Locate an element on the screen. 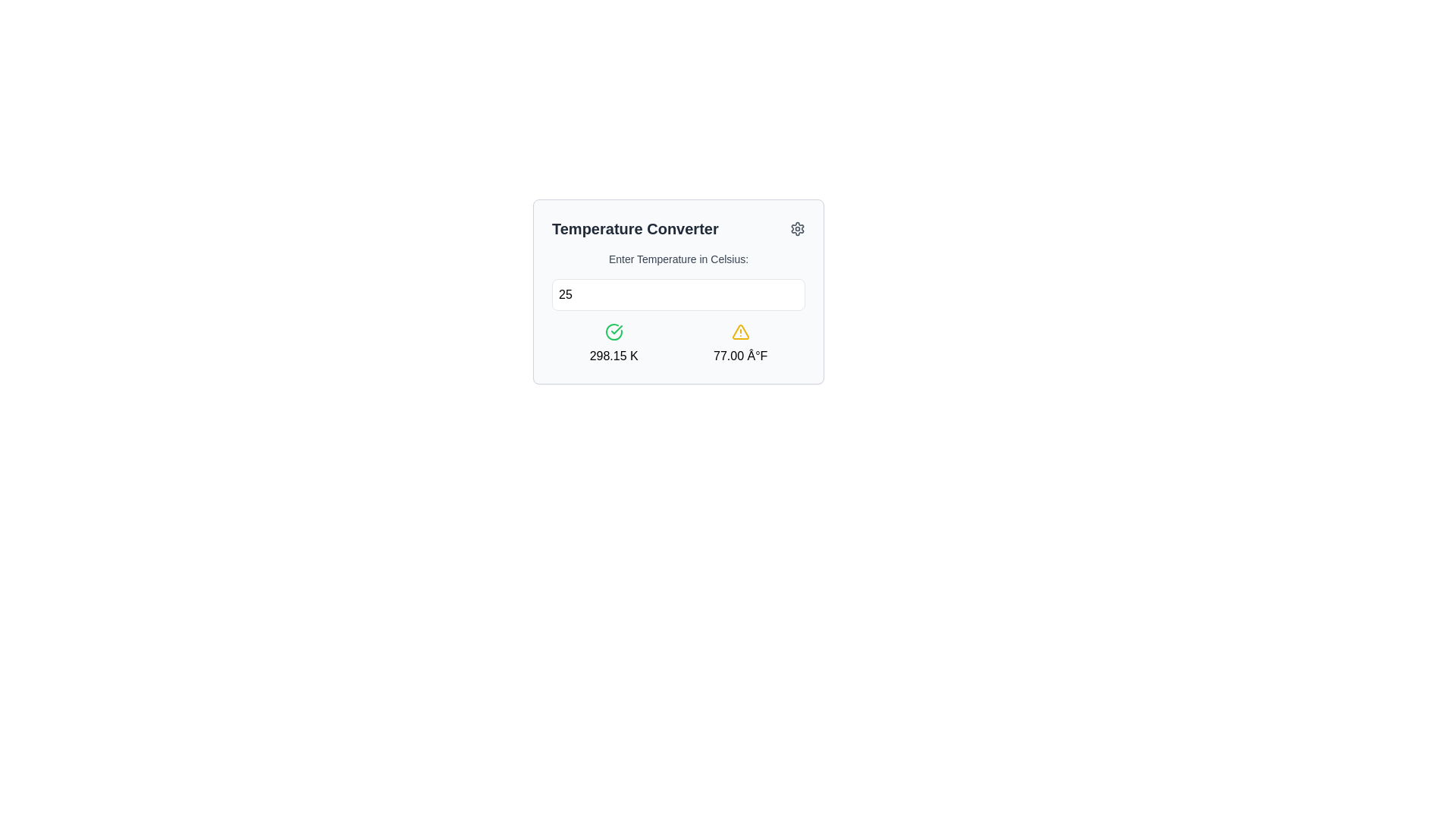 Image resolution: width=1456 pixels, height=819 pixels. yellow triangular warning icon located to the right of the numeric temperature input box in the Fahrenheit result row is located at coordinates (740, 331).